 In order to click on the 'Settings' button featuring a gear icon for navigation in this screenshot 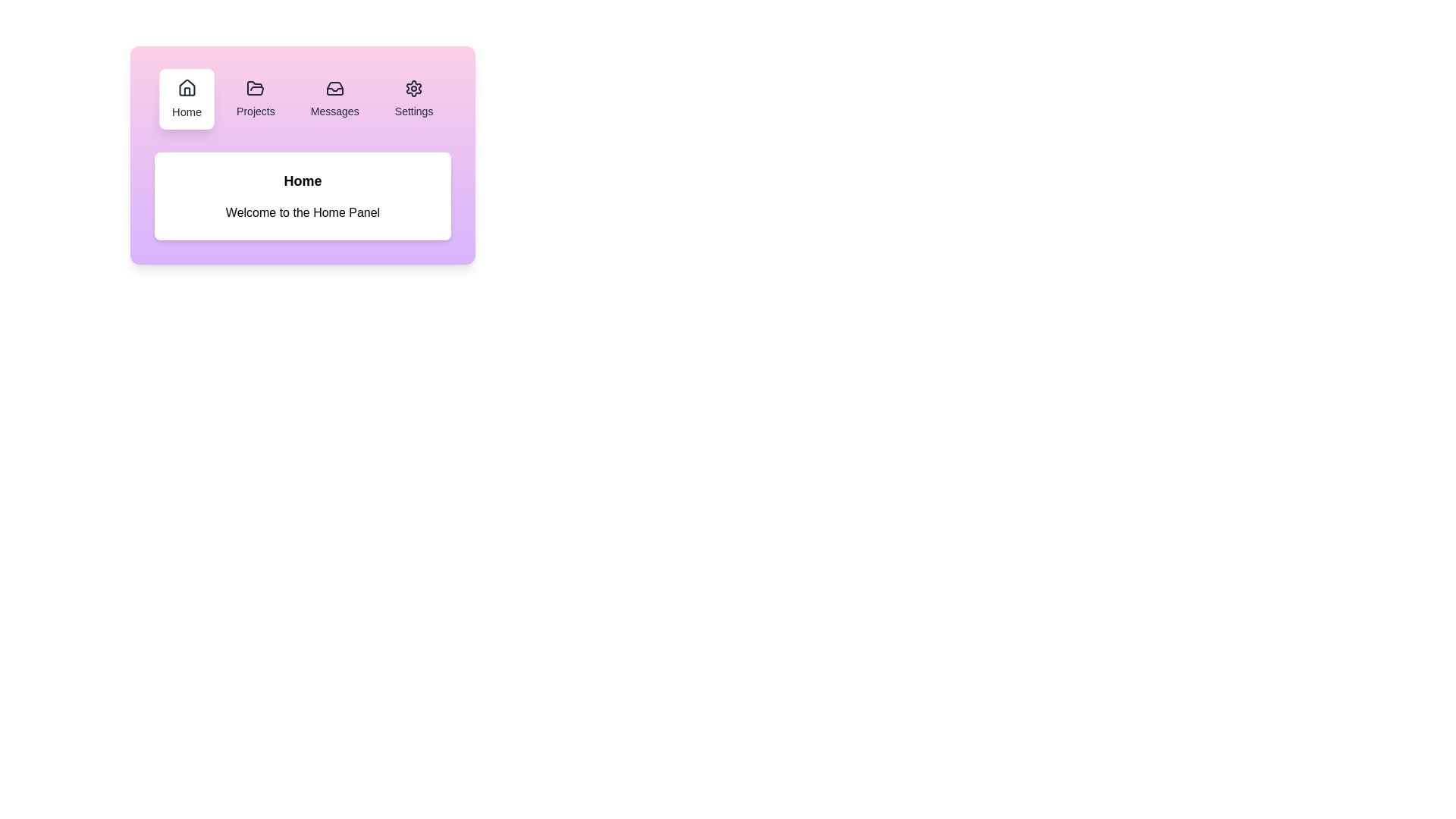, I will do `click(414, 99)`.